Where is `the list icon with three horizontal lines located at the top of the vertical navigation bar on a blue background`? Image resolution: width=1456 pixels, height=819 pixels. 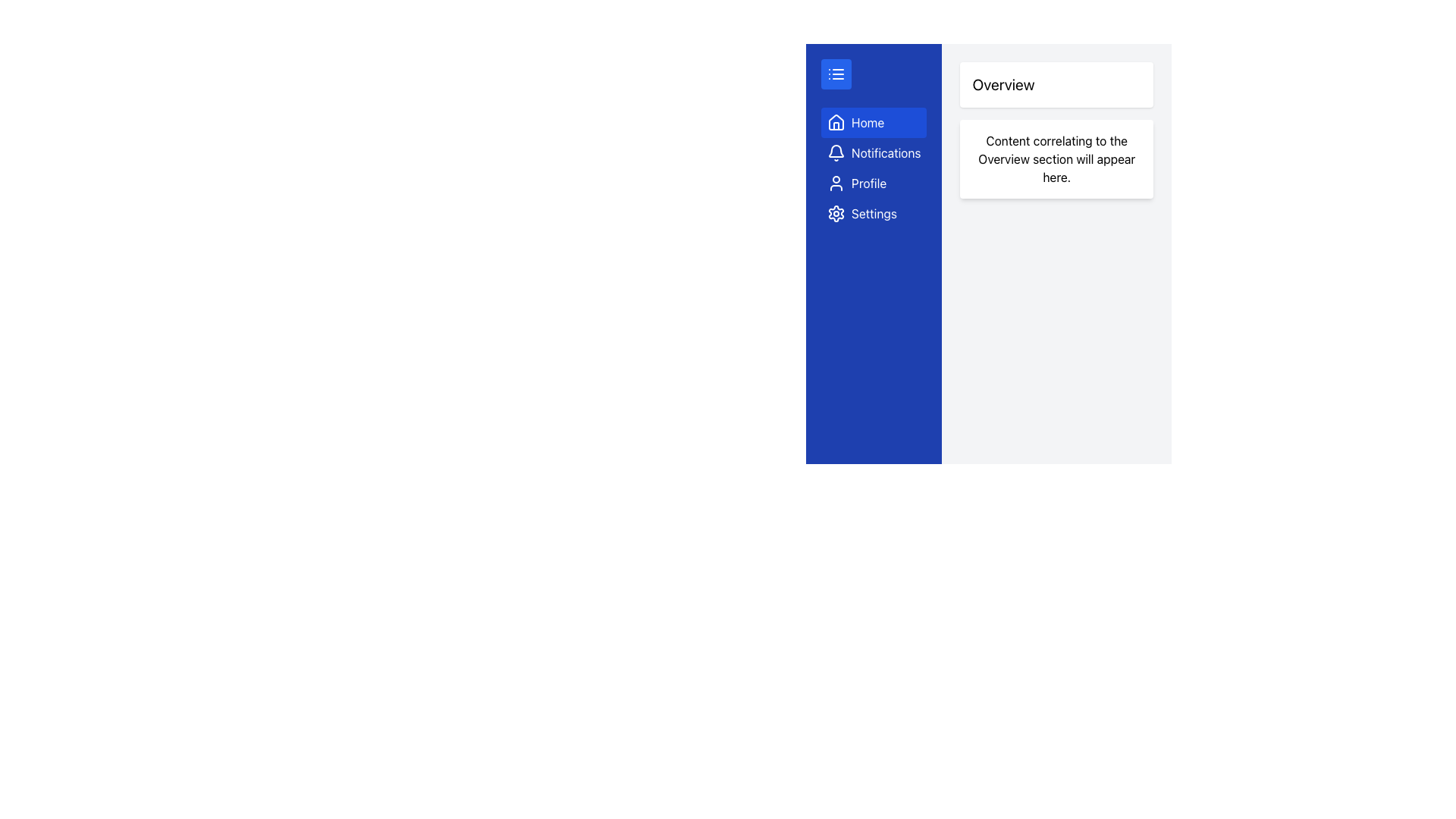
the list icon with three horizontal lines located at the top of the vertical navigation bar on a blue background is located at coordinates (836, 74).